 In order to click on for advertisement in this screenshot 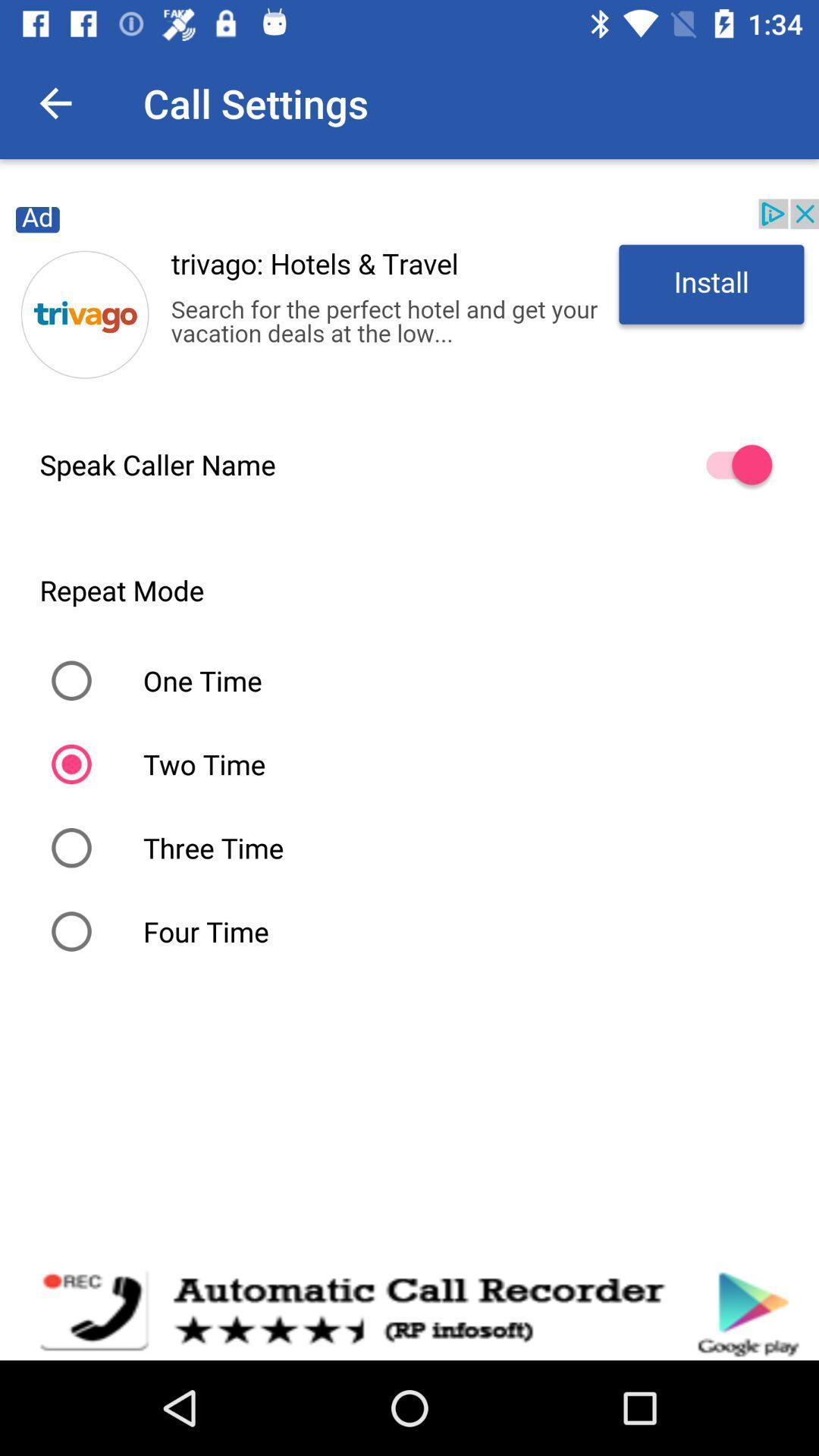, I will do `click(409, 298)`.